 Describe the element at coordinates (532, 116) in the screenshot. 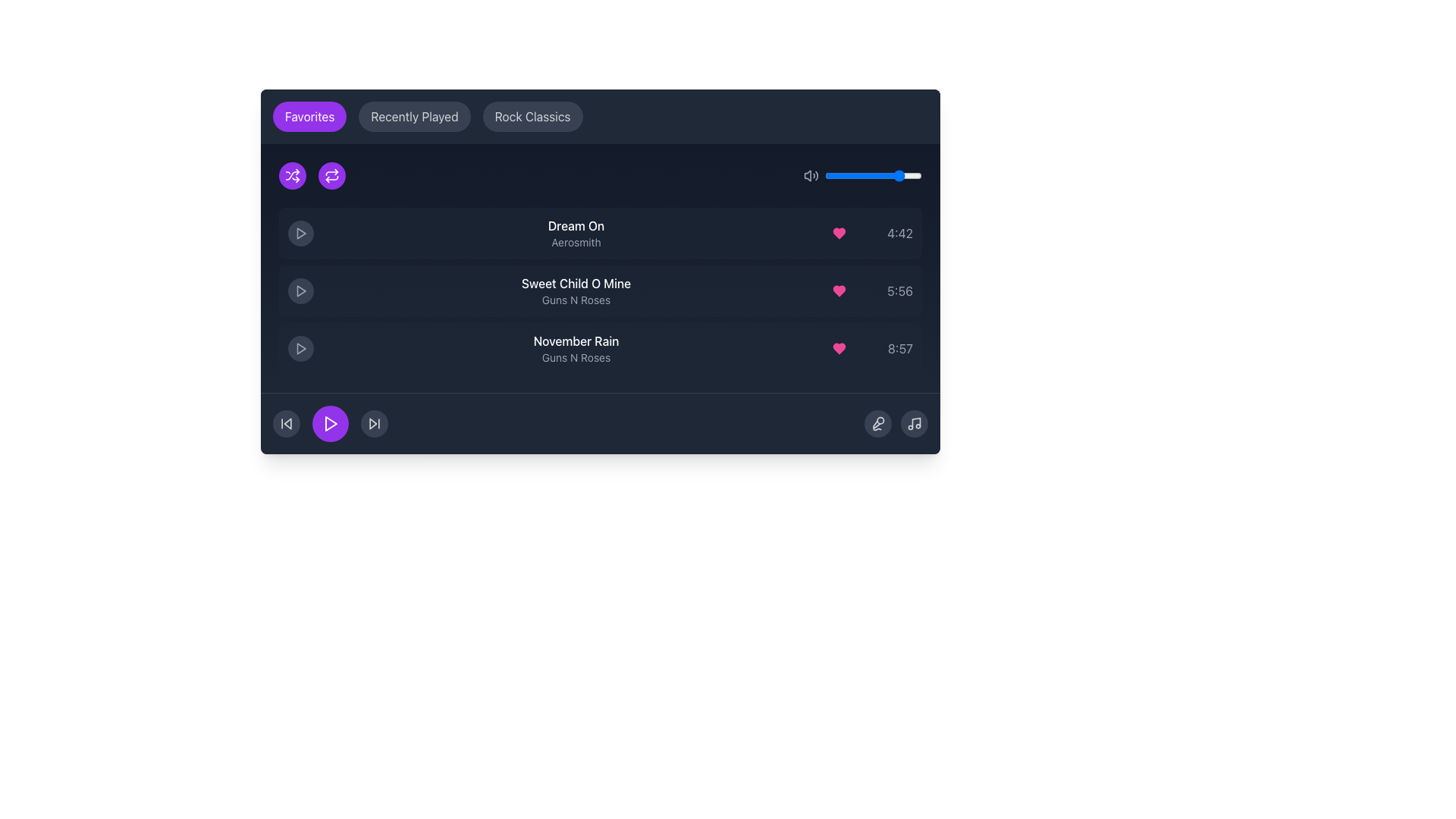

I see `the 'Rock Classics' navigation button, which is the third button in a group, positioned between the 'Recently Played' button and the main content area` at that location.